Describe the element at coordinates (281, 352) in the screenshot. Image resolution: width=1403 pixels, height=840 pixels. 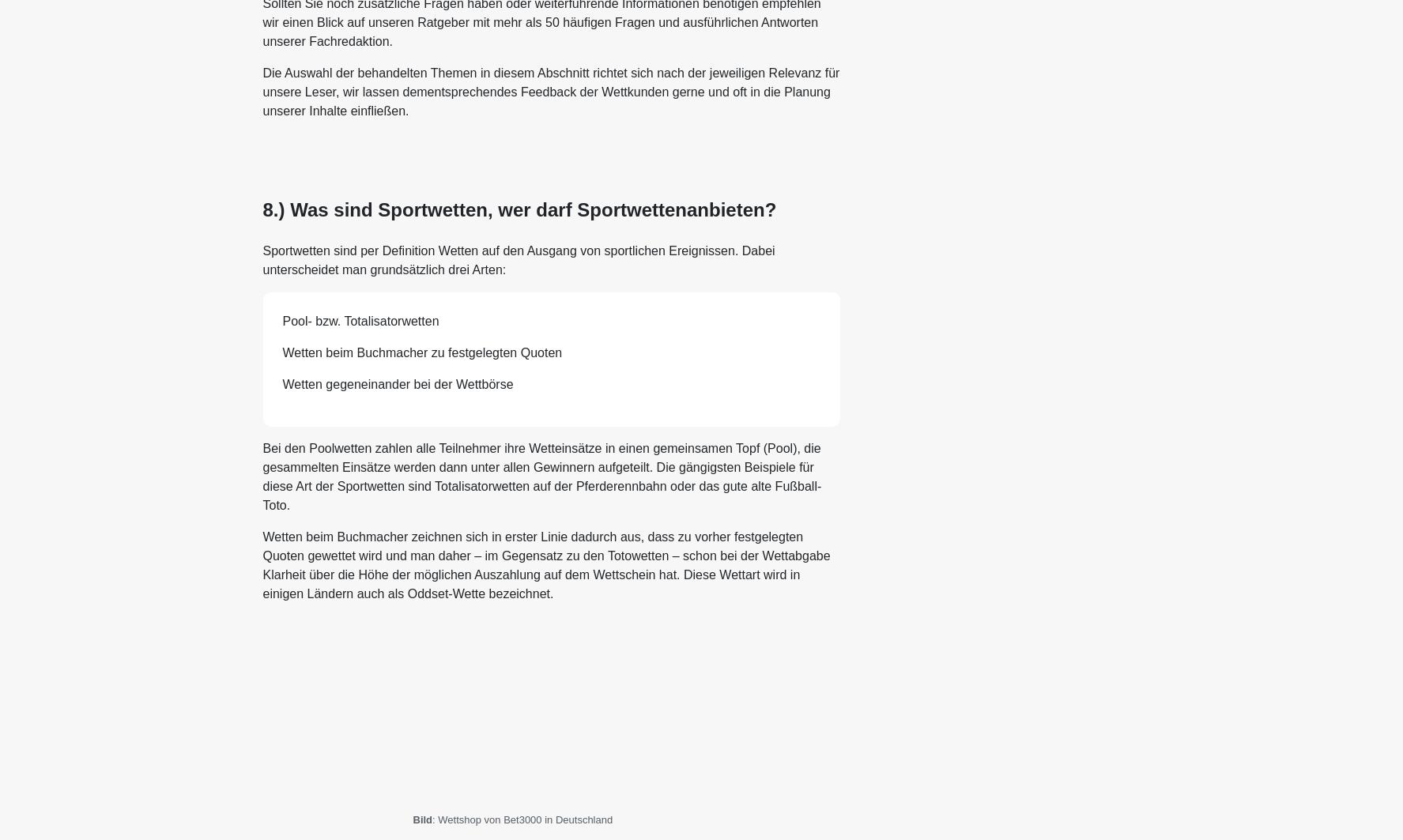
I see `'Wetten beim Buchmacher zu festgelegten Quoten'` at that location.